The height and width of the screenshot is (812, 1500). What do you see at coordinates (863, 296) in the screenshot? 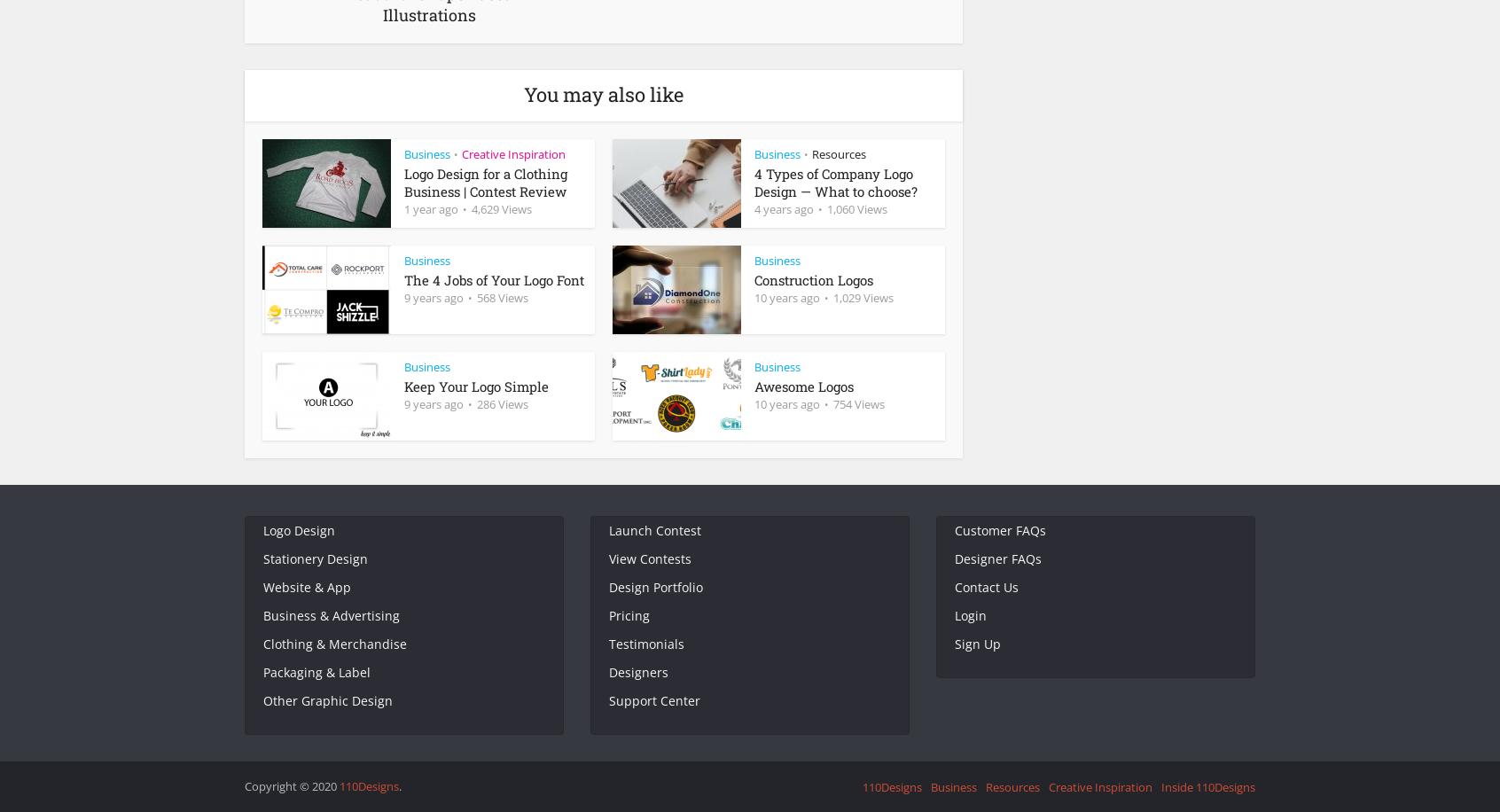
I see `'1,029 Views'` at bounding box center [863, 296].